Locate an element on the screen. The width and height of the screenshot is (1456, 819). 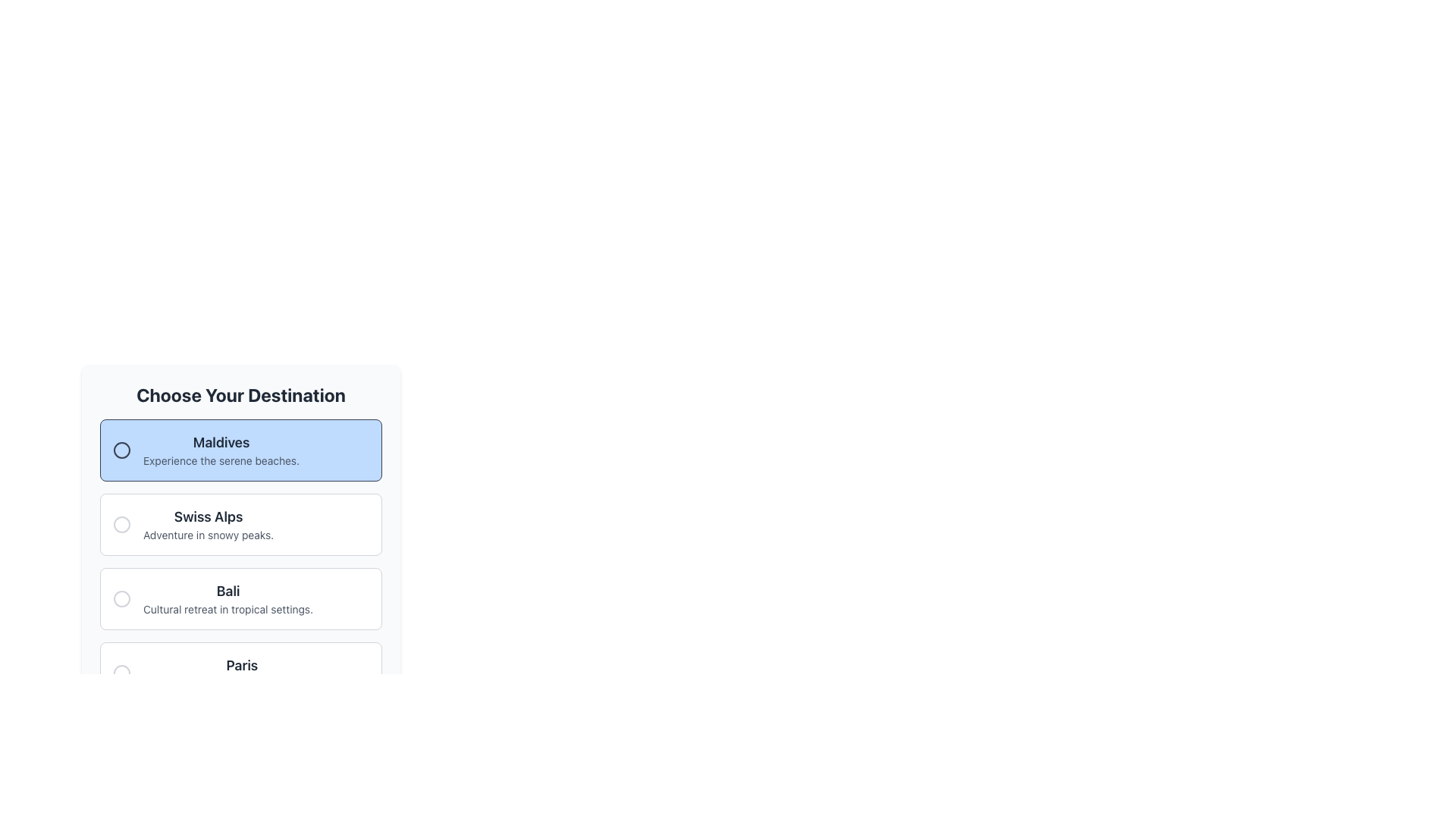
the unselected radio button next to the option 'Bali: Cultural retreat in tropical settings' is located at coordinates (122, 598).